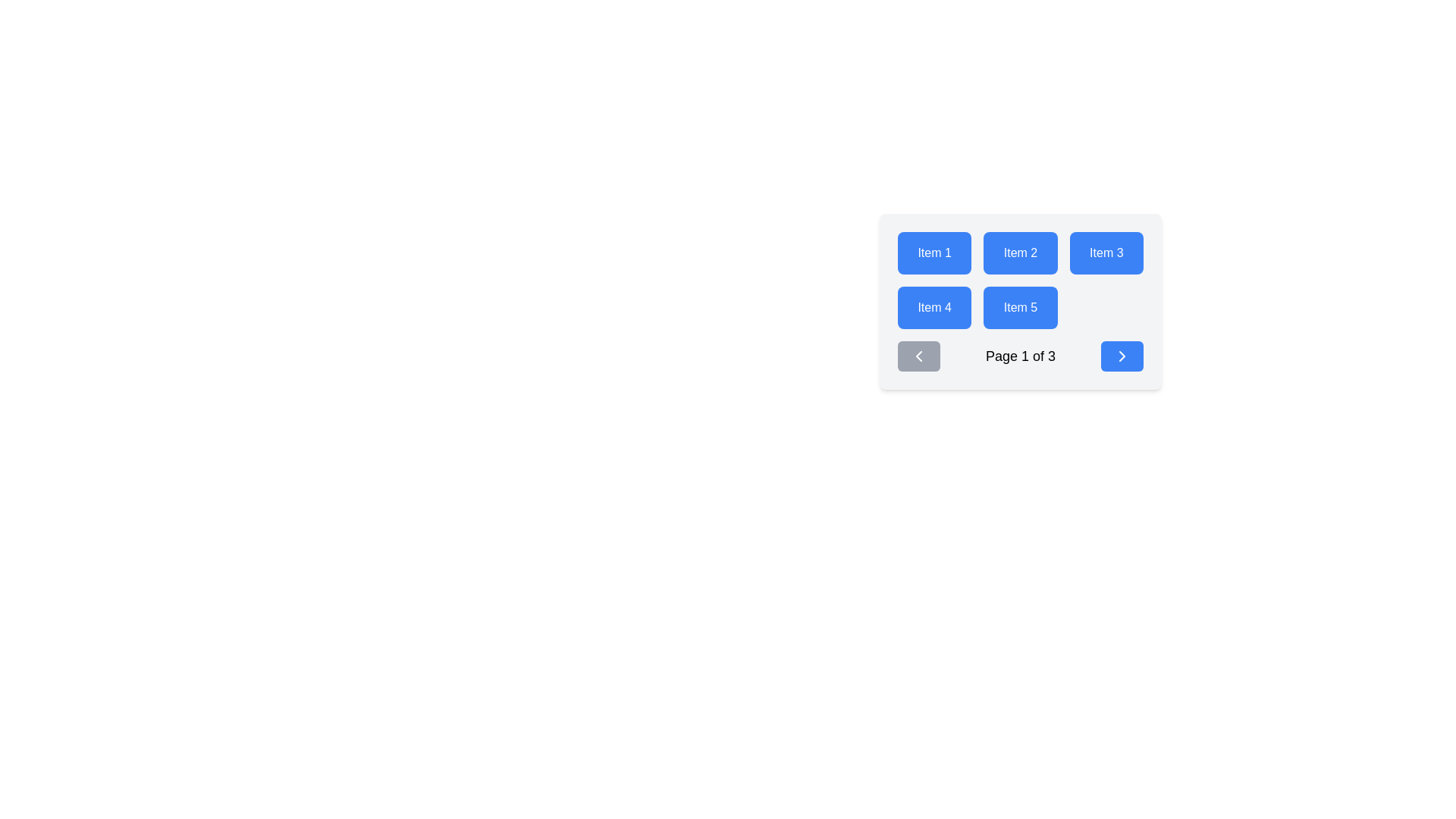 This screenshot has width=1456, height=819. I want to click on the selectable button located in the second row, first column of a 2-row, 3-column grid, so click(934, 307).